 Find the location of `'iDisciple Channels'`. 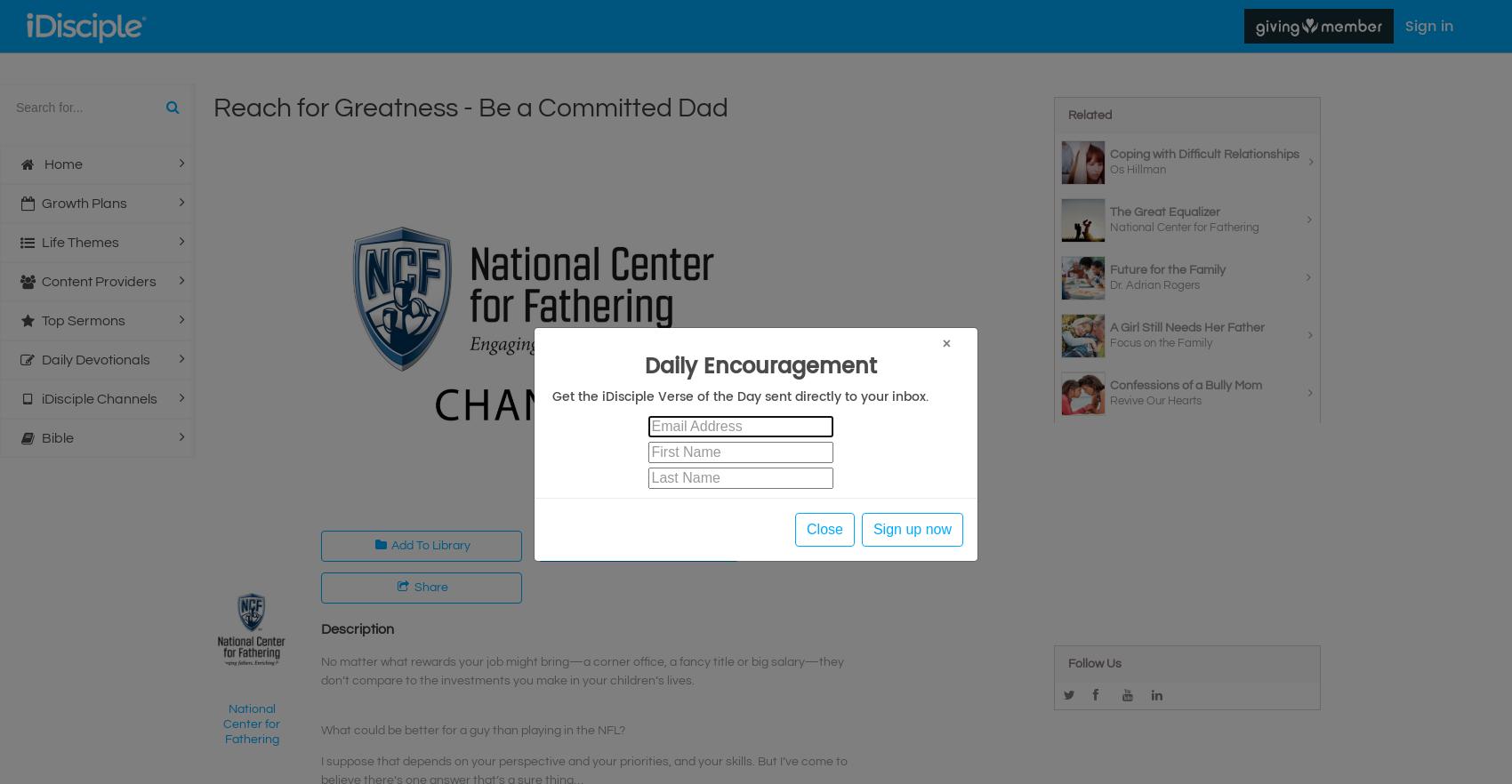

'iDisciple Channels' is located at coordinates (41, 399).